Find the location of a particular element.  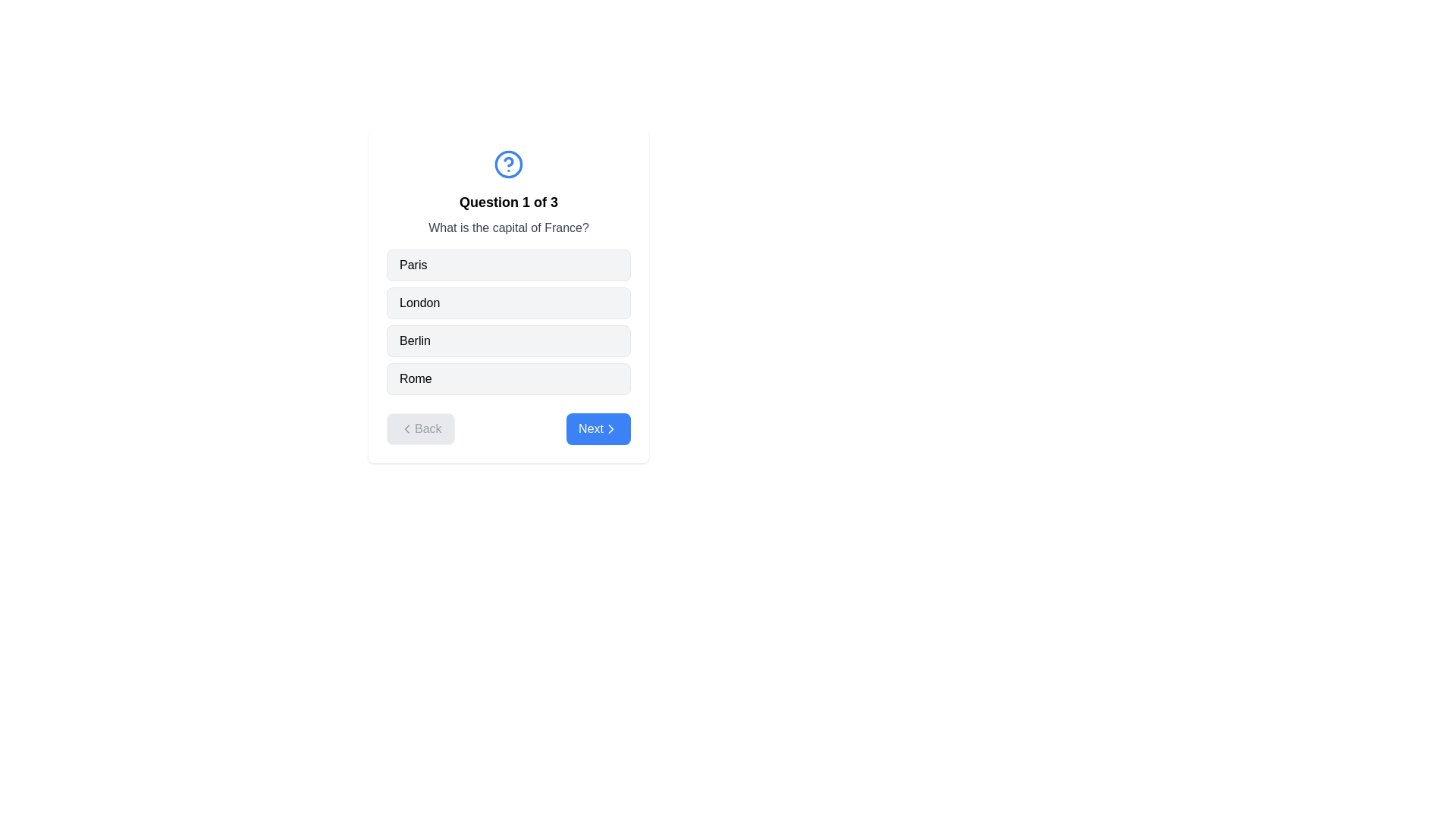

the blue circular help icon with a question mark symbol at its center is located at coordinates (509, 164).